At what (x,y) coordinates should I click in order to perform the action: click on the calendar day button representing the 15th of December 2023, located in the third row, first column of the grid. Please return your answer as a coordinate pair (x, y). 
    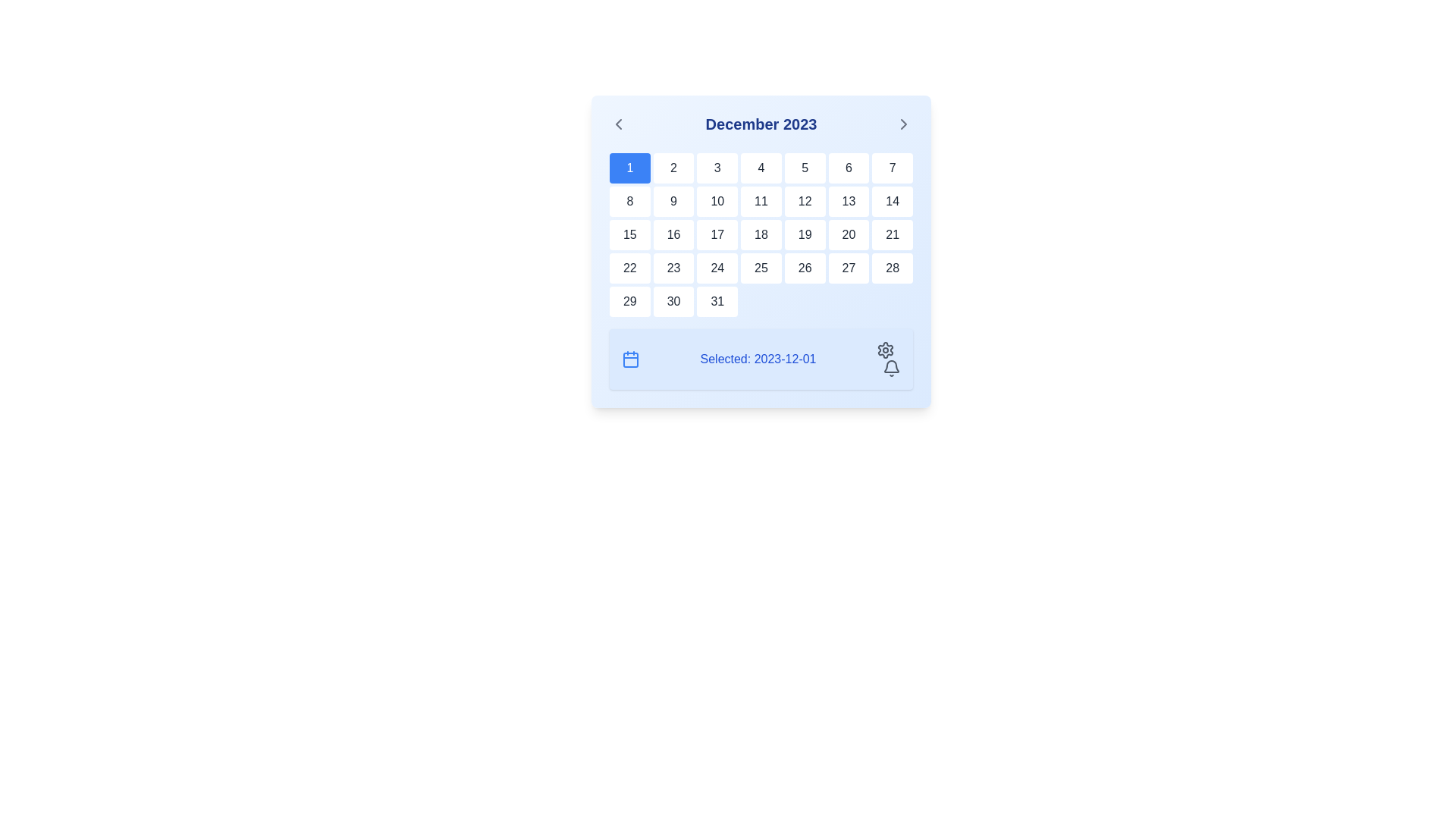
    Looking at the image, I should click on (629, 234).